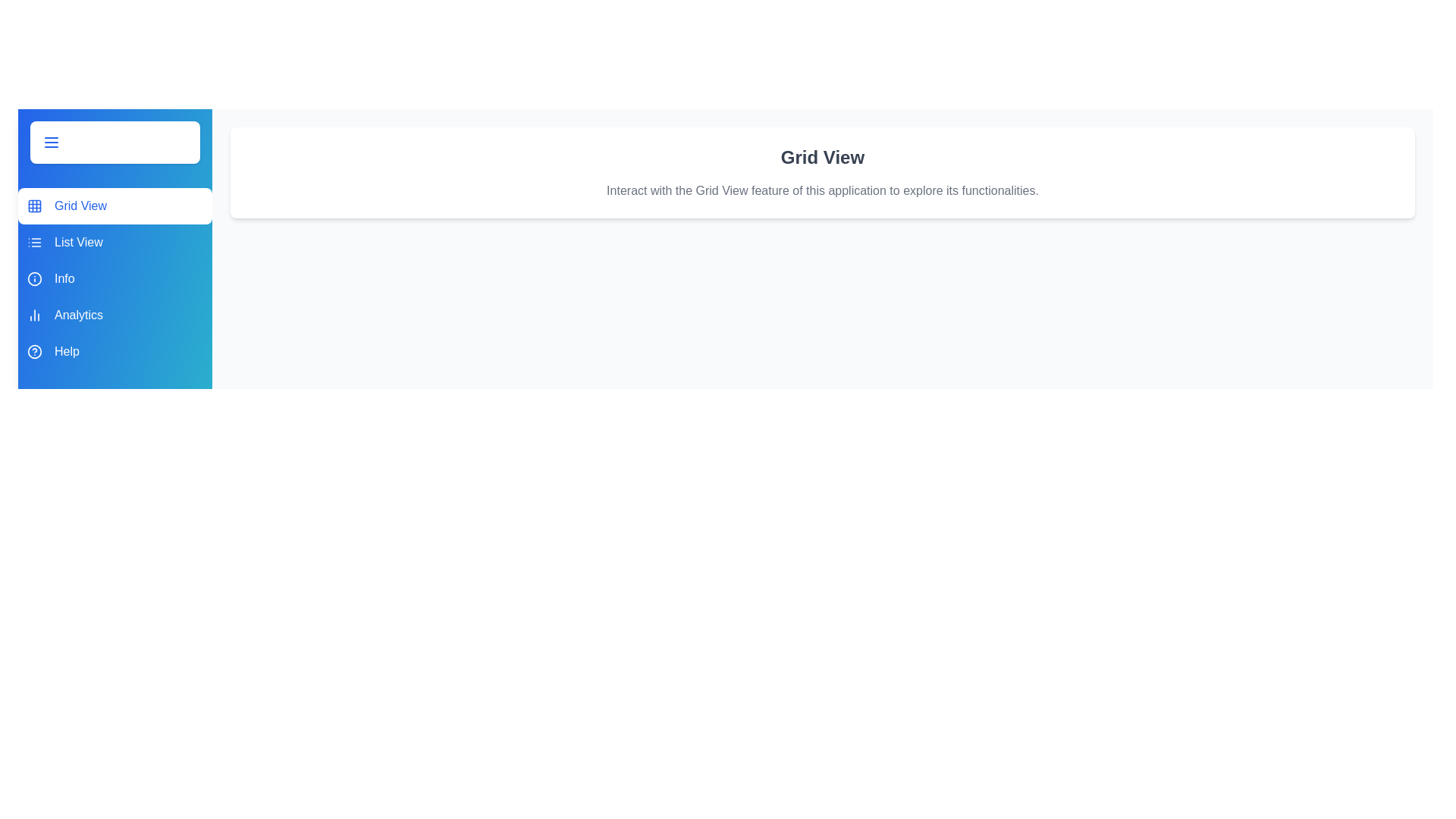 This screenshot has width=1456, height=819. Describe the element at coordinates (115, 315) in the screenshot. I see `the feature Analytics from the sidebar menu` at that location.